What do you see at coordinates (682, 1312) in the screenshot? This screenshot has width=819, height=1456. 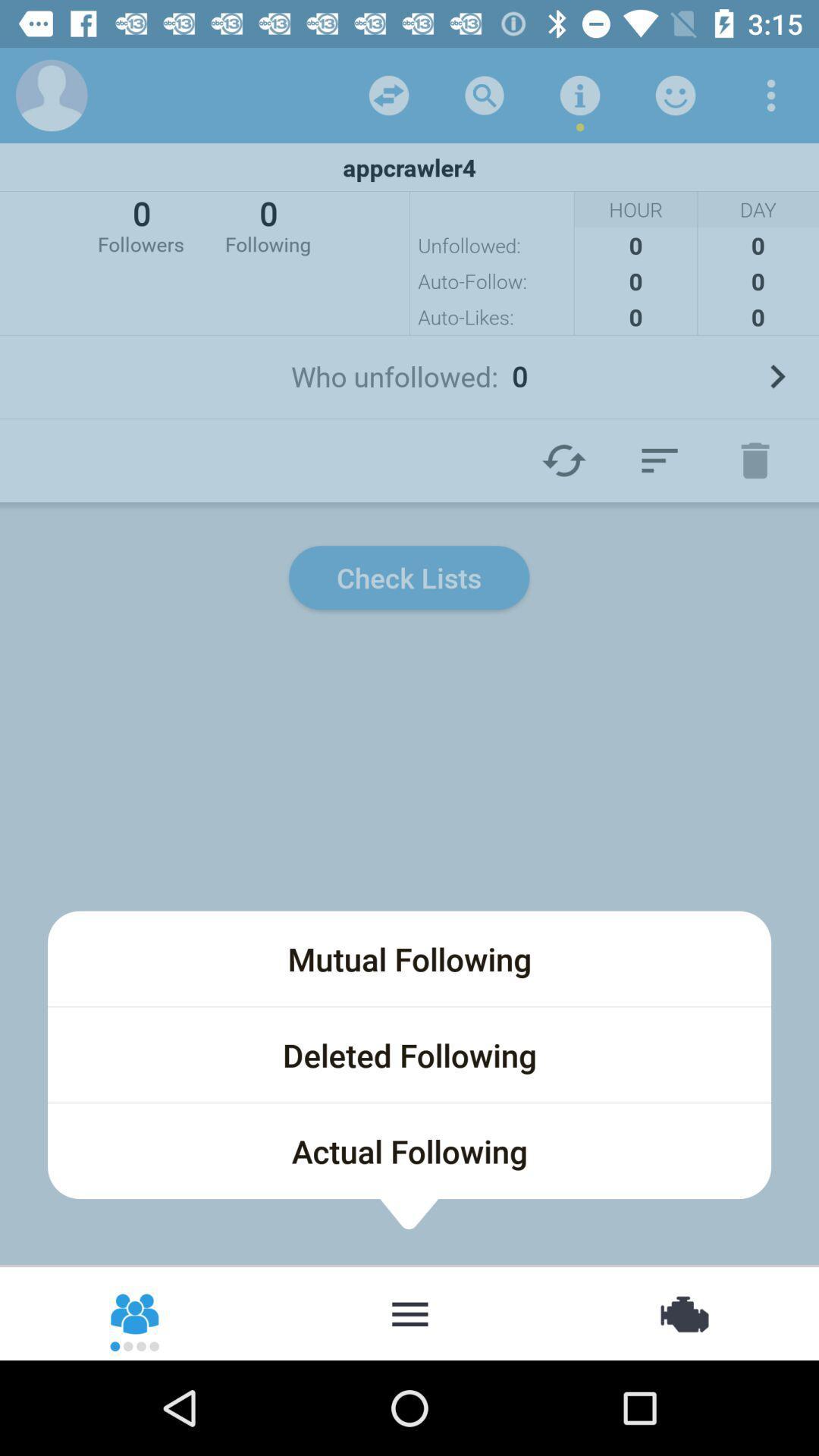 I see `the explore icon` at bounding box center [682, 1312].